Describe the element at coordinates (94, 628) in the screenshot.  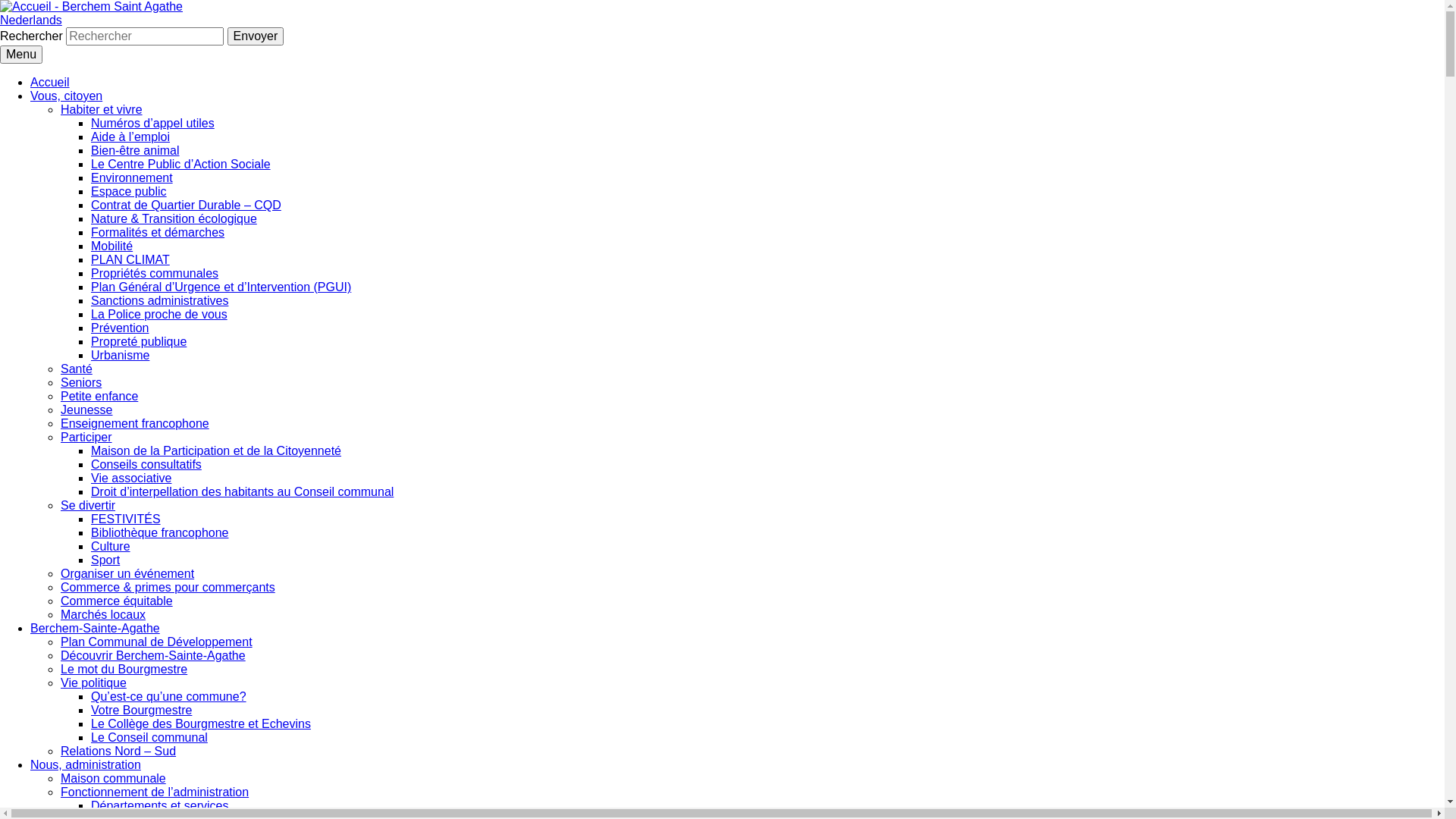
I see `'Berchem-Sainte-Agathe'` at that location.